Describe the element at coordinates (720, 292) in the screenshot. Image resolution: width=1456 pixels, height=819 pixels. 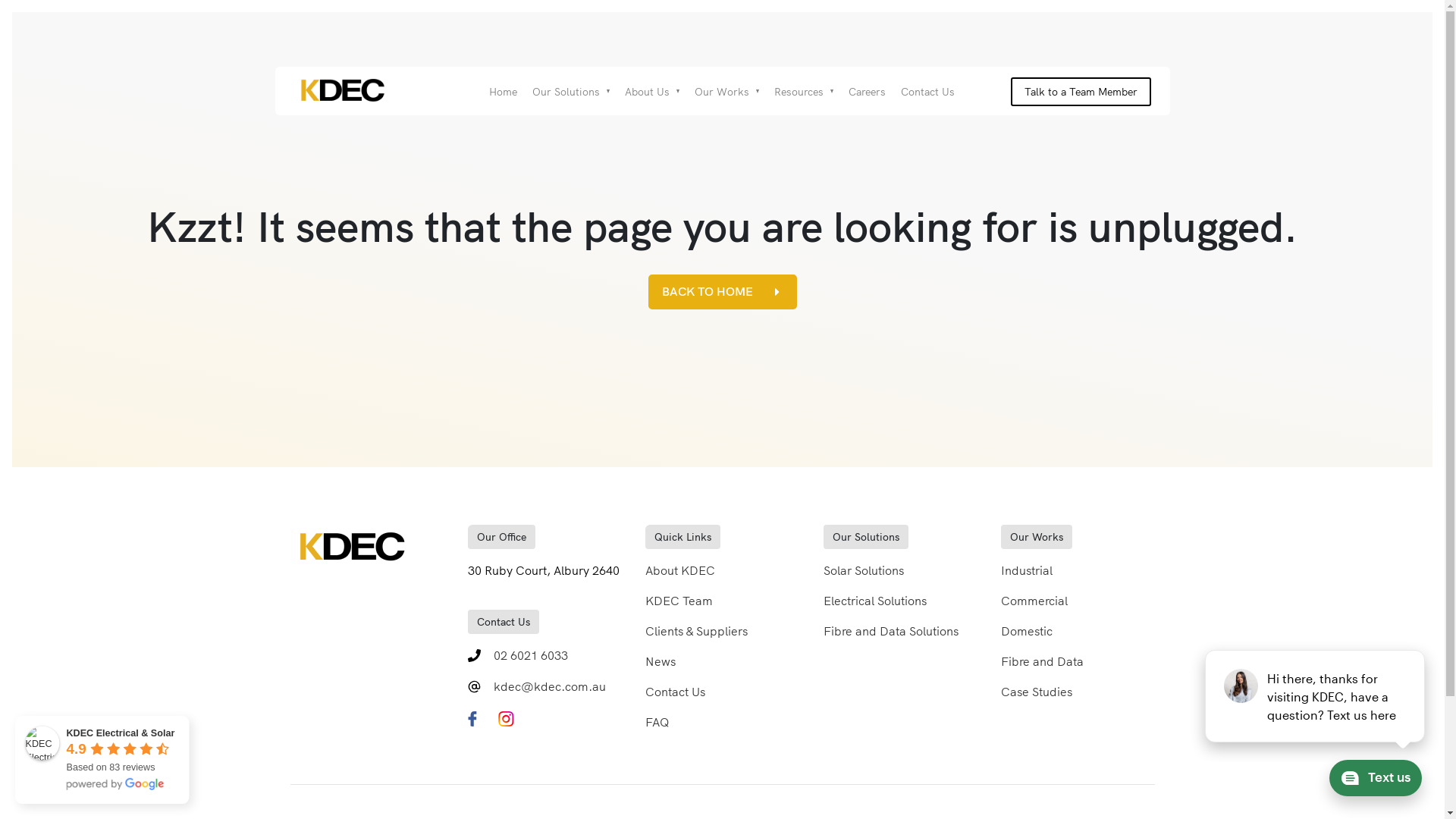
I see `'BACK TO HOME'` at that location.